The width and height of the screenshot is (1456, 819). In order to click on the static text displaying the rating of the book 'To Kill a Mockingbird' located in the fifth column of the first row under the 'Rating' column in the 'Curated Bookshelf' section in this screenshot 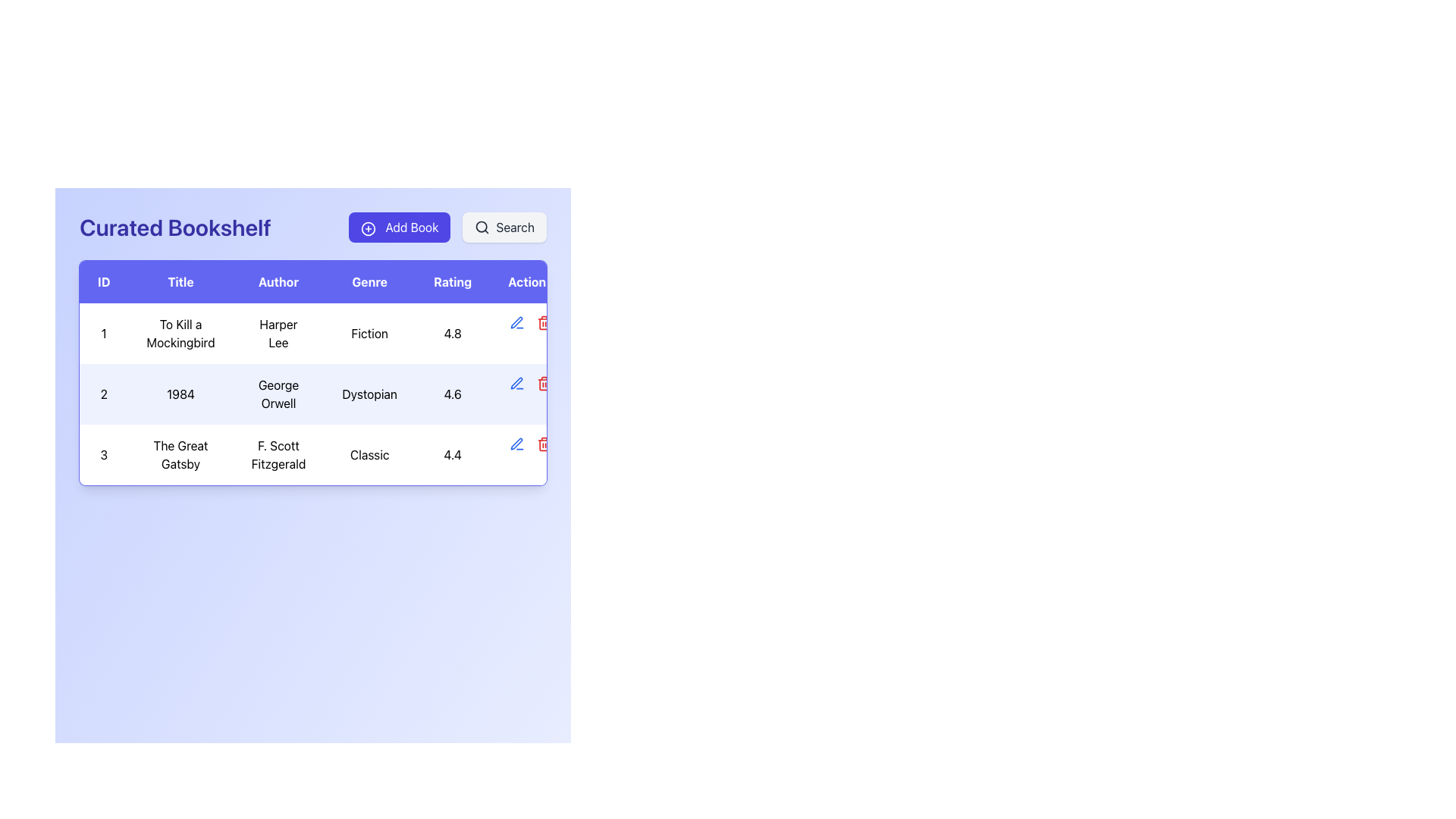, I will do `click(452, 332)`.